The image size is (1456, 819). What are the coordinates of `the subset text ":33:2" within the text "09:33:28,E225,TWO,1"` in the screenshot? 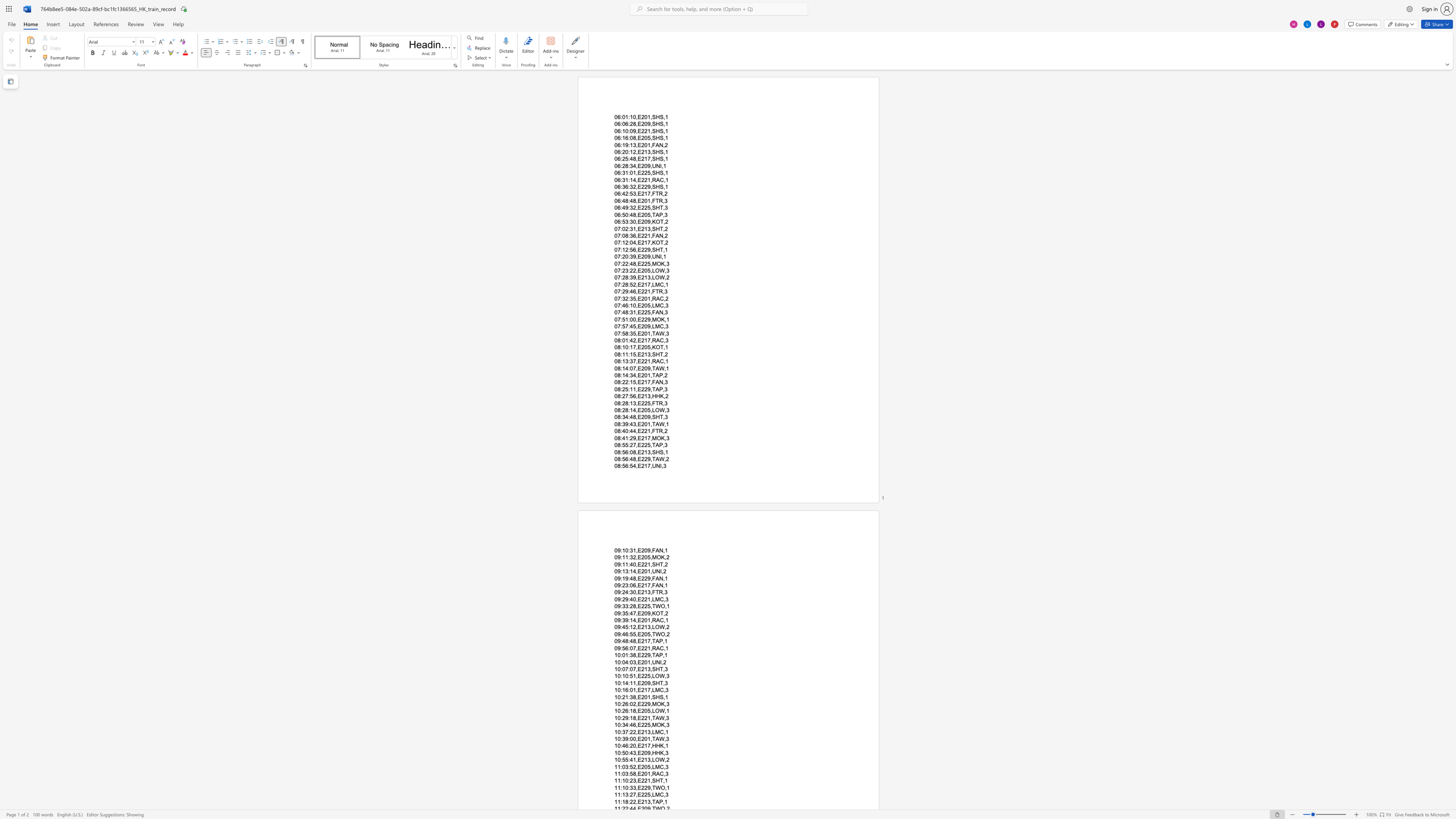 It's located at (620, 606).